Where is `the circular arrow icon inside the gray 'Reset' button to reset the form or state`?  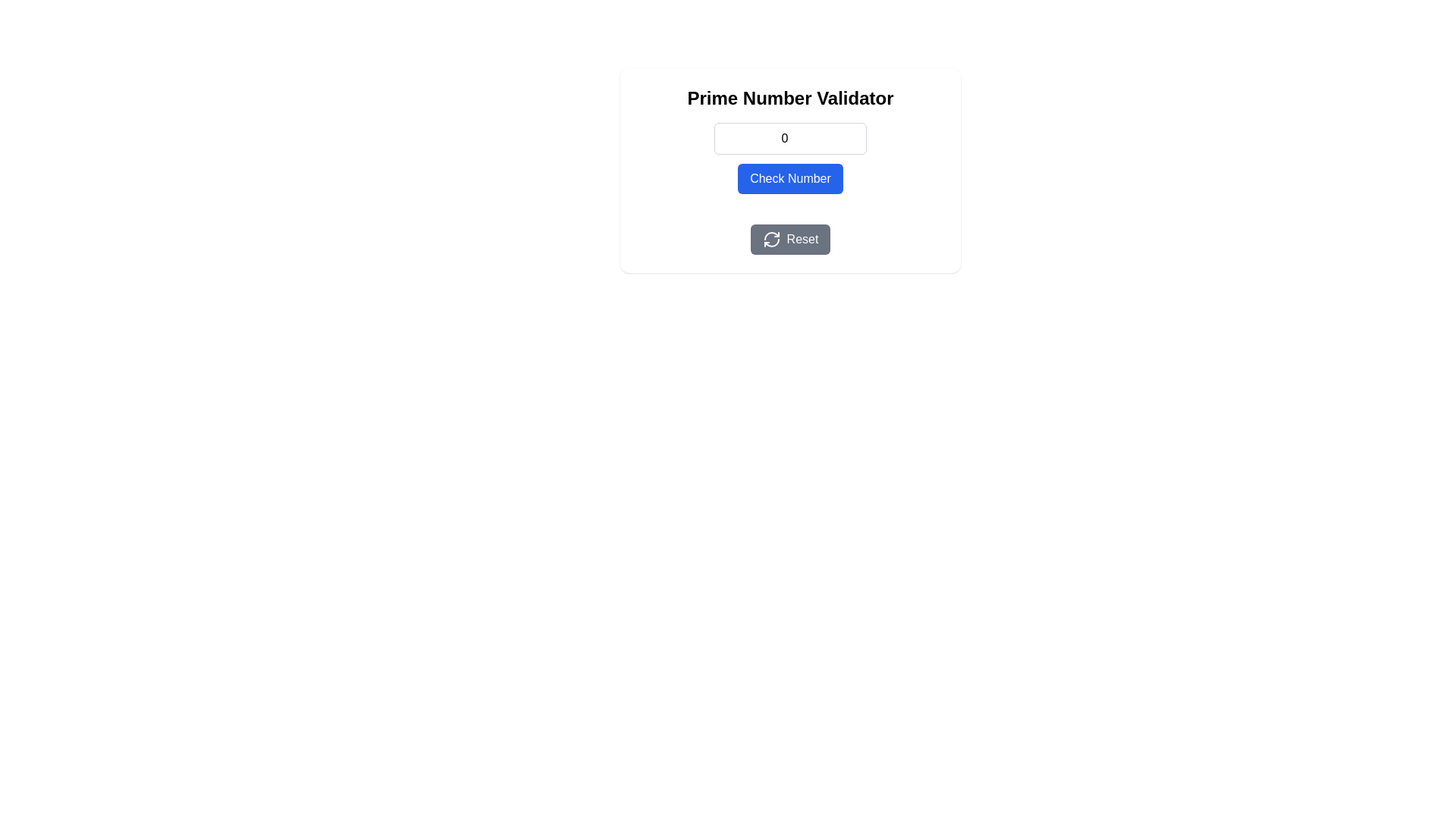
the circular arrow icon inside the gray 'Reset' button to reset the form or state is located at coordinates (771, 239).